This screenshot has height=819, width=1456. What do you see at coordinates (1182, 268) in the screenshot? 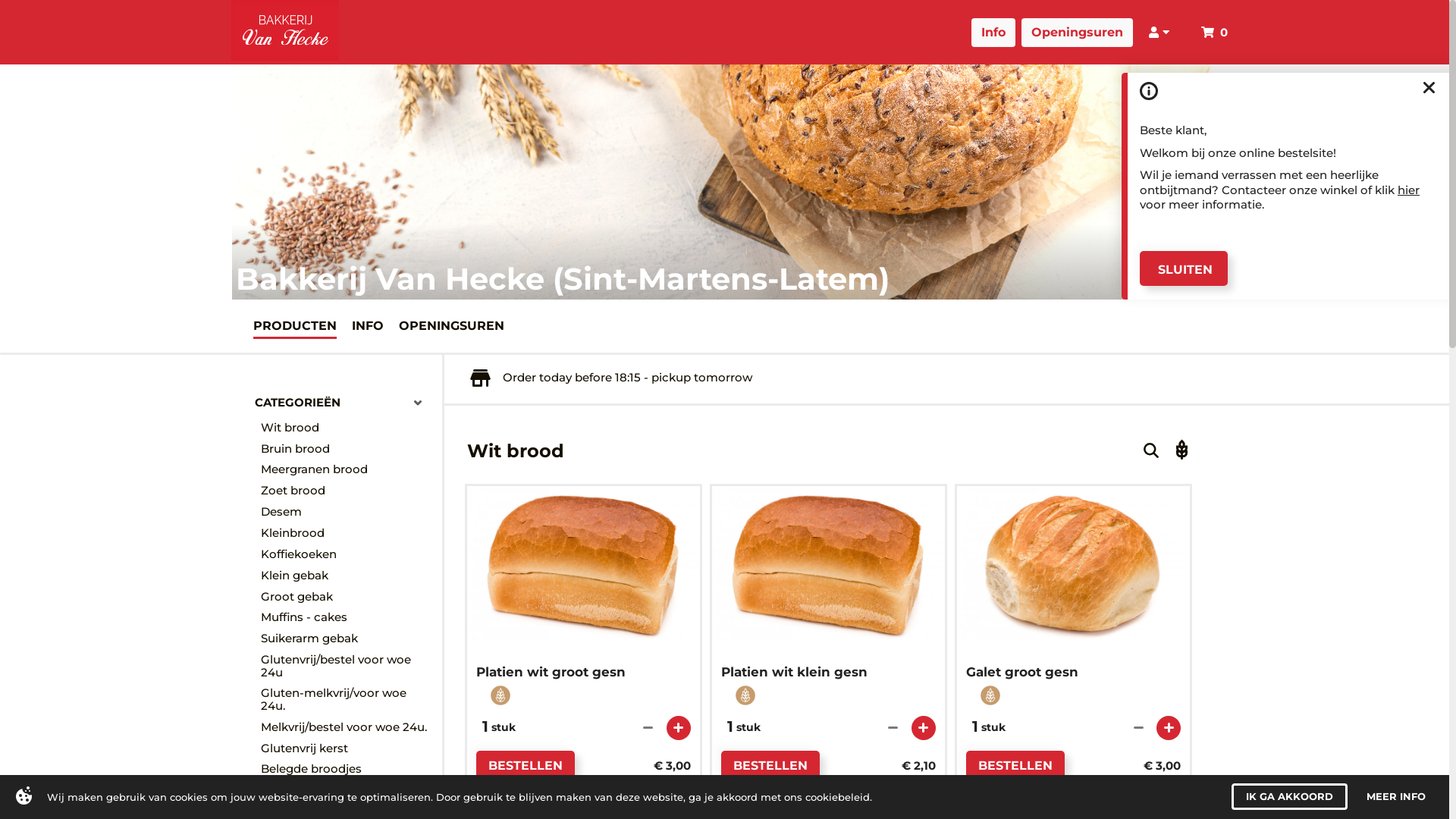
I see `'SLUITEN'` at bounding box center [1182, 268].